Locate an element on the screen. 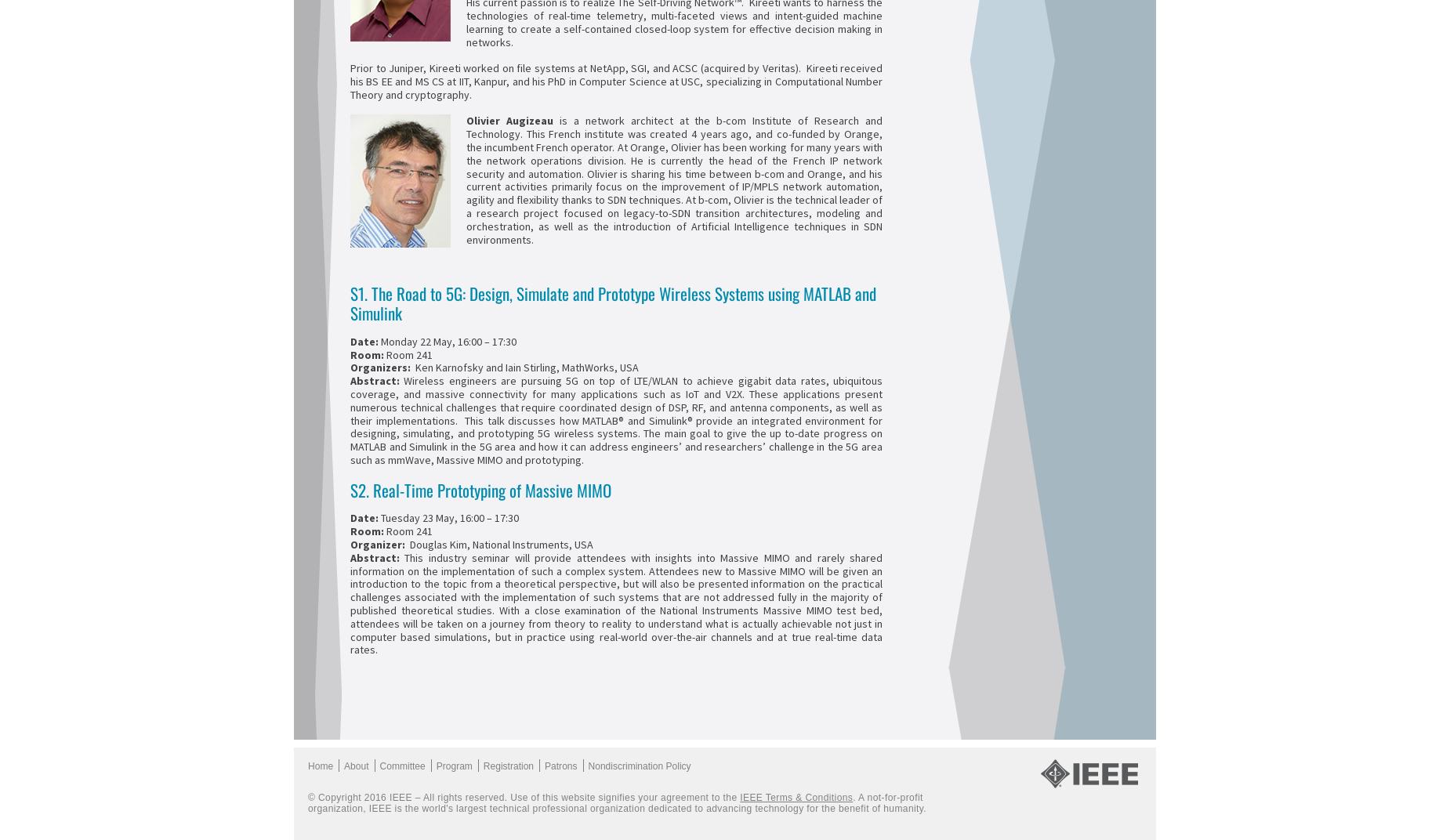 This screenshot has width=1450, height=840. 'Prior to Juniper, Kireeti worked on file systems at NetApp, SGI, and ACSC (acquired by Veritas).  Kireeti received his BS EE and MS CS at IIT, Kanpur, and his PhD in Computer Science at USC, specializing in Computational Number Theory and cryptography.' is located at coordinates (349, 81).